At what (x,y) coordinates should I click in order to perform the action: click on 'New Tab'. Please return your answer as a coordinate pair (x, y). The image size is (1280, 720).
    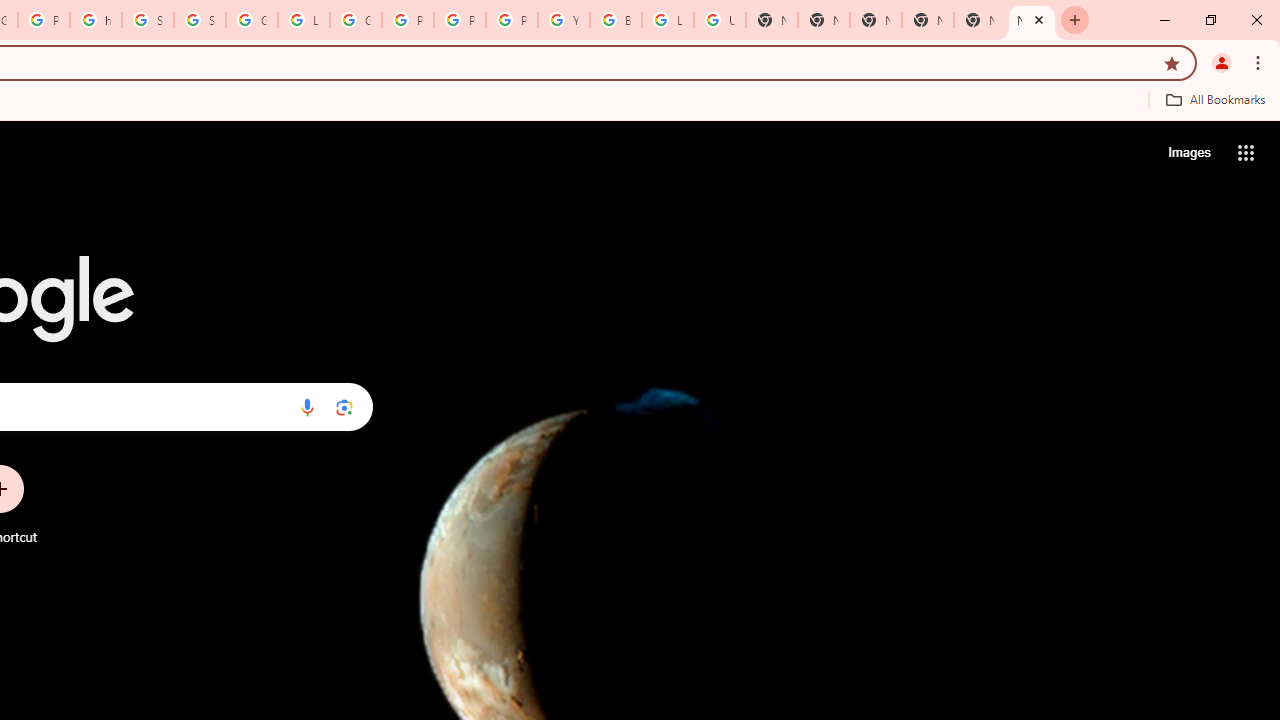
    Looking at the image, I should click on (1032, 20).